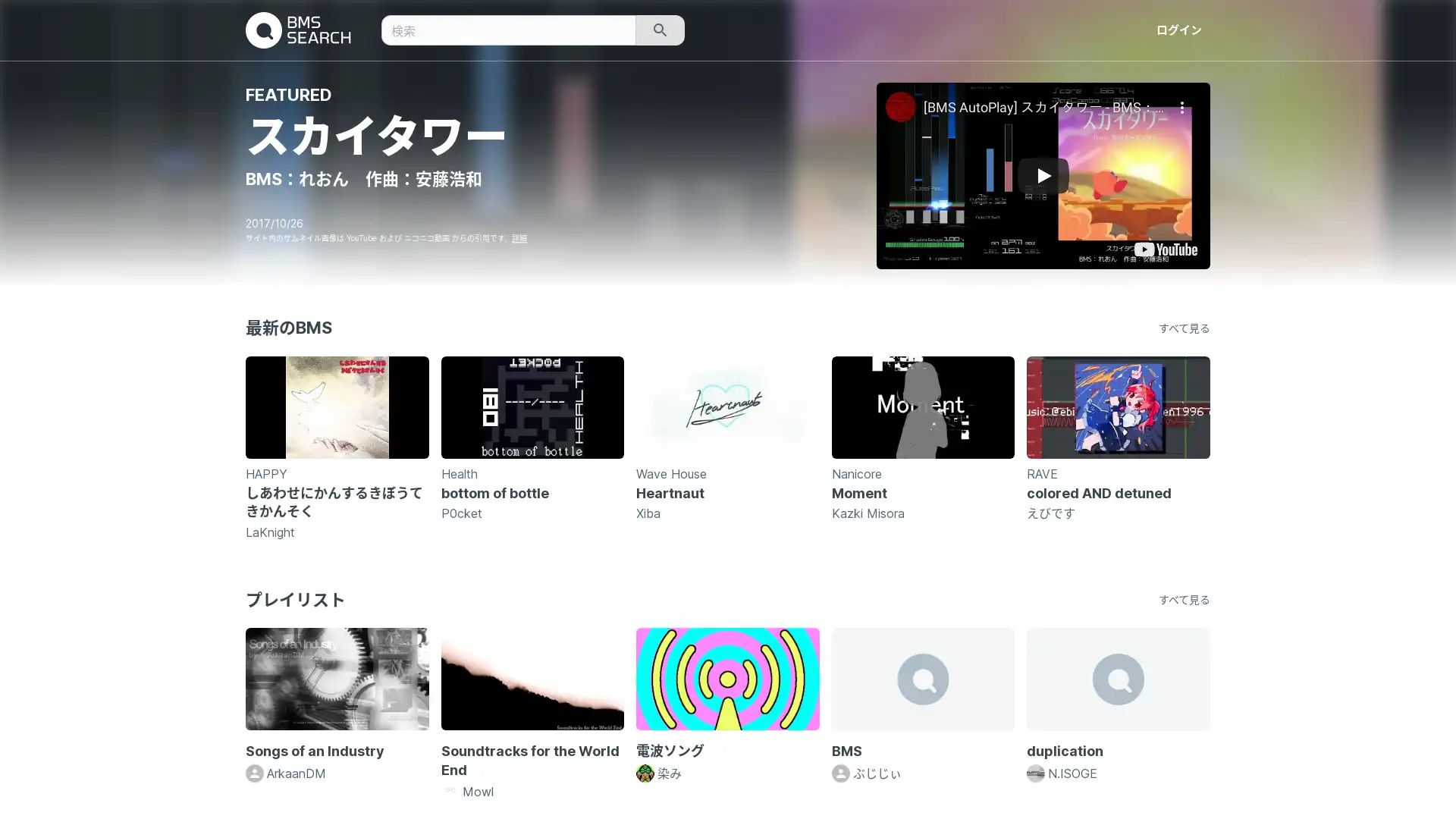 The image size is (1456, 819). What do you see at coordinates (336, 704) in the screenshot?
I see `Songs of an Industry ArkaanDM` at bounding box center [336, 704].